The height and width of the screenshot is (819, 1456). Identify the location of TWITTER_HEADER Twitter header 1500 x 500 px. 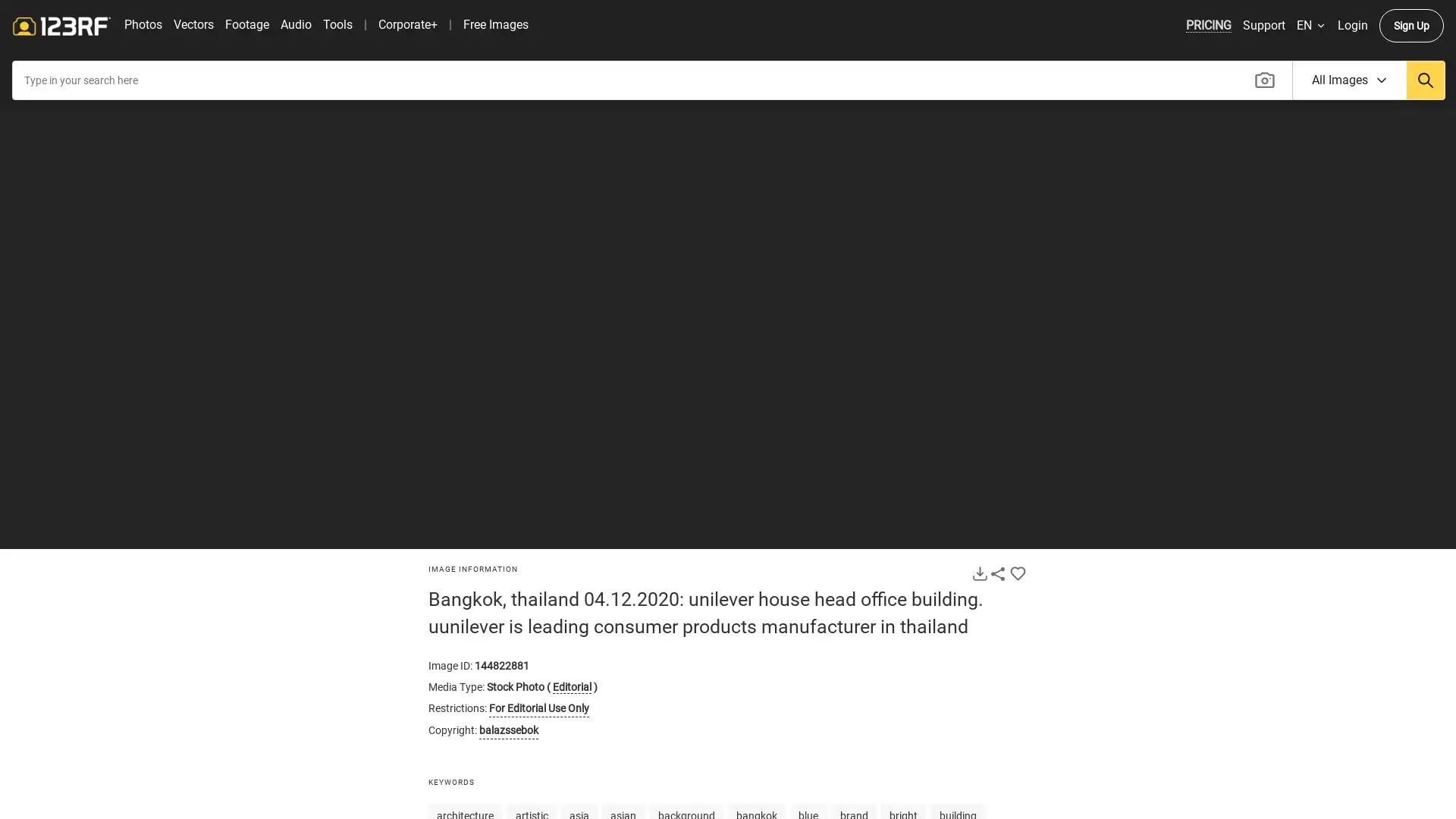
(1395, 770).